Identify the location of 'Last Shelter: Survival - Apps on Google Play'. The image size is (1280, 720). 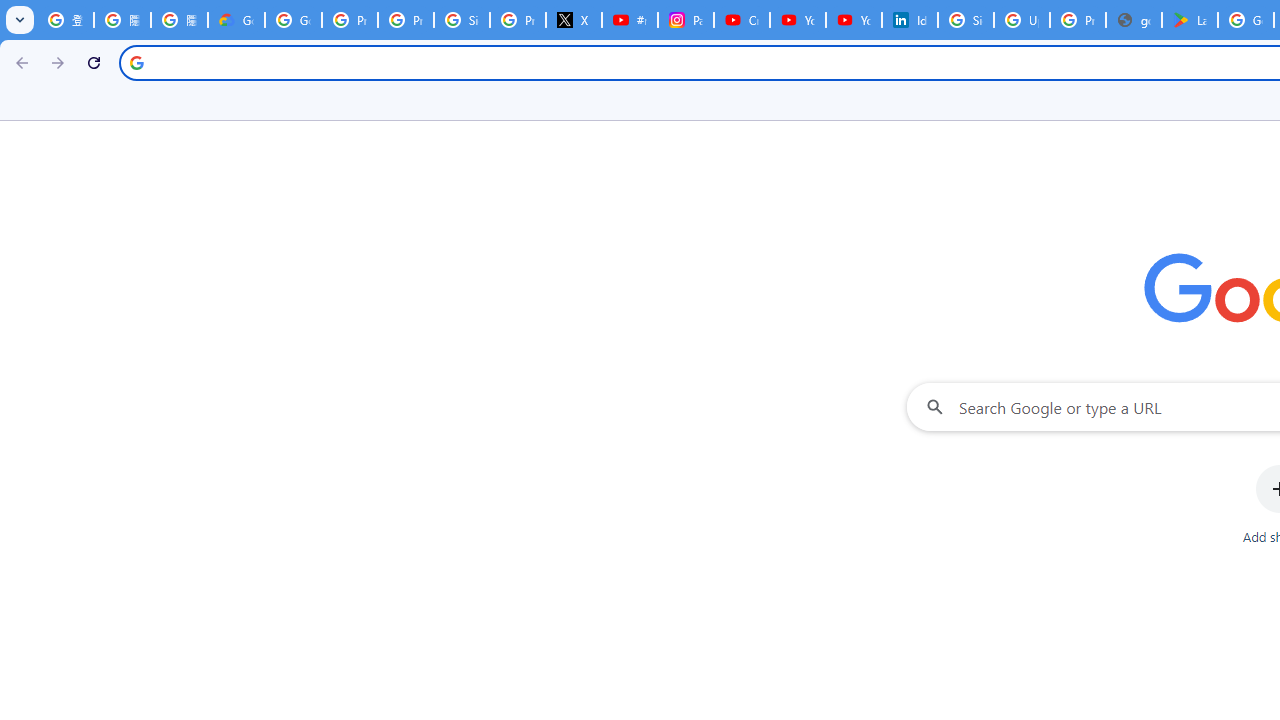
(1190, 20).